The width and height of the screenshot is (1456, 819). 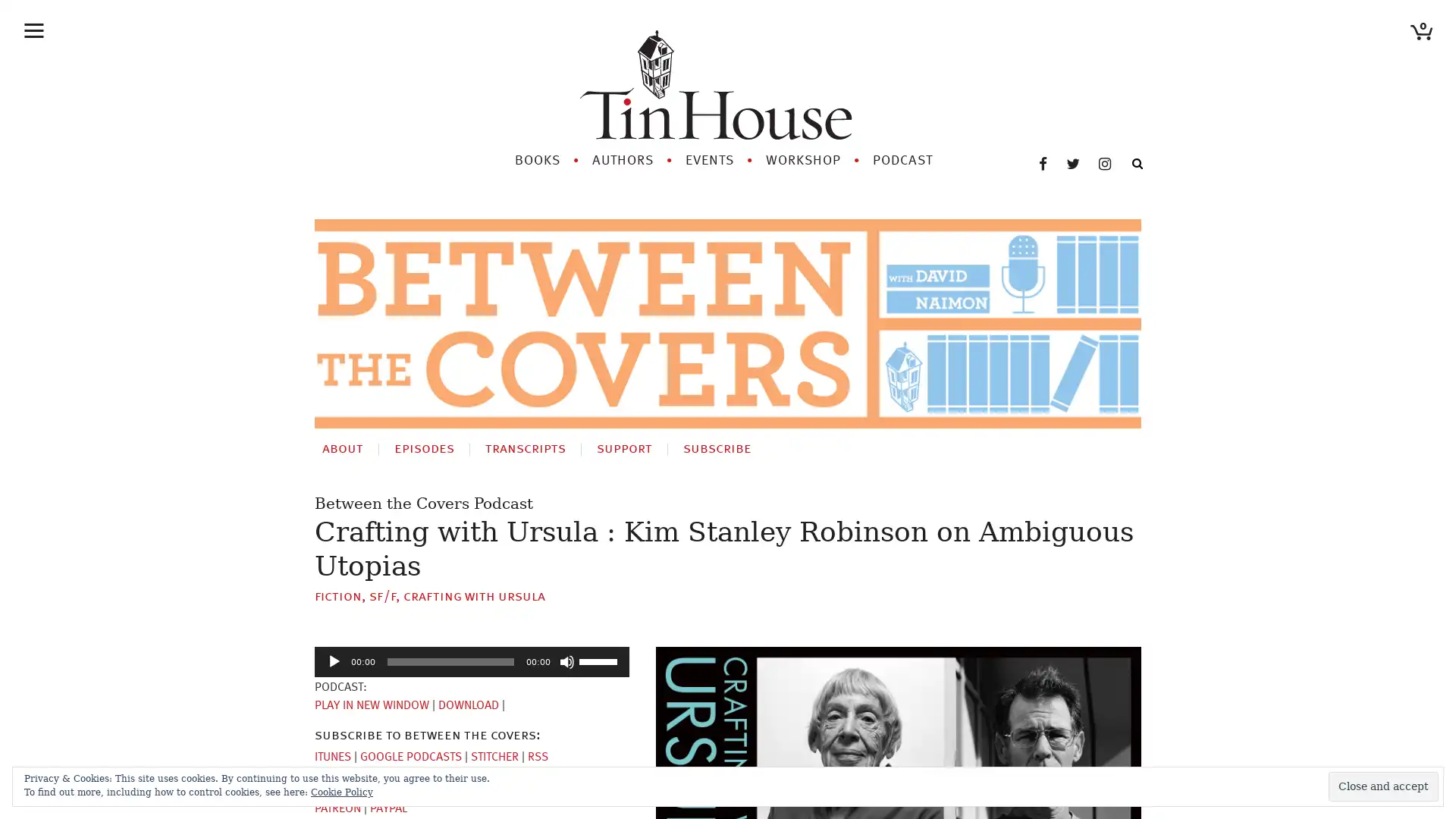 I want to click on Close and accept, so click(x=1383, y=786).